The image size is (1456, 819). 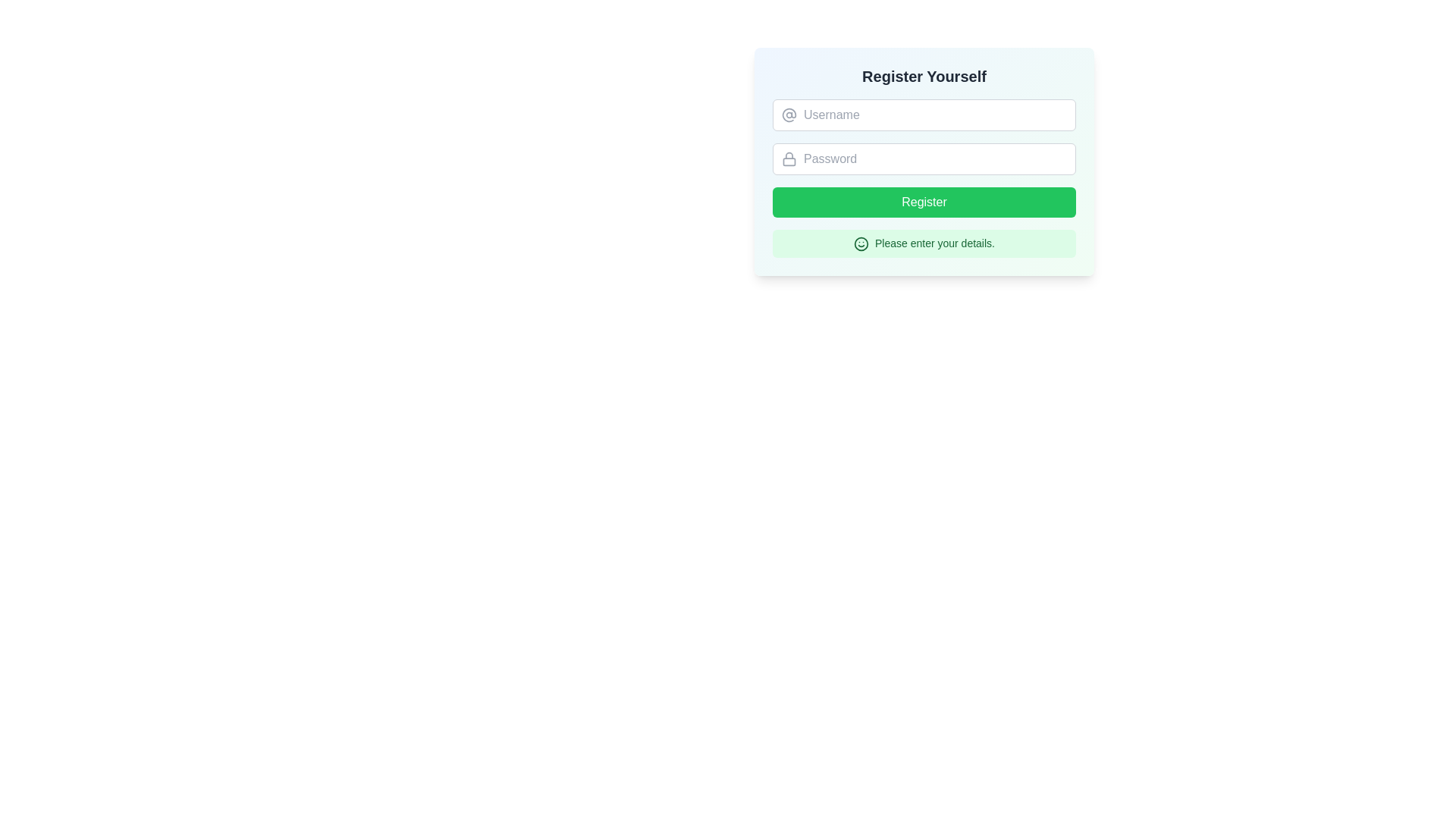 I want to click on the registration form card's text fields located centrally within the interface to input user details, so click(x=924, y=203).